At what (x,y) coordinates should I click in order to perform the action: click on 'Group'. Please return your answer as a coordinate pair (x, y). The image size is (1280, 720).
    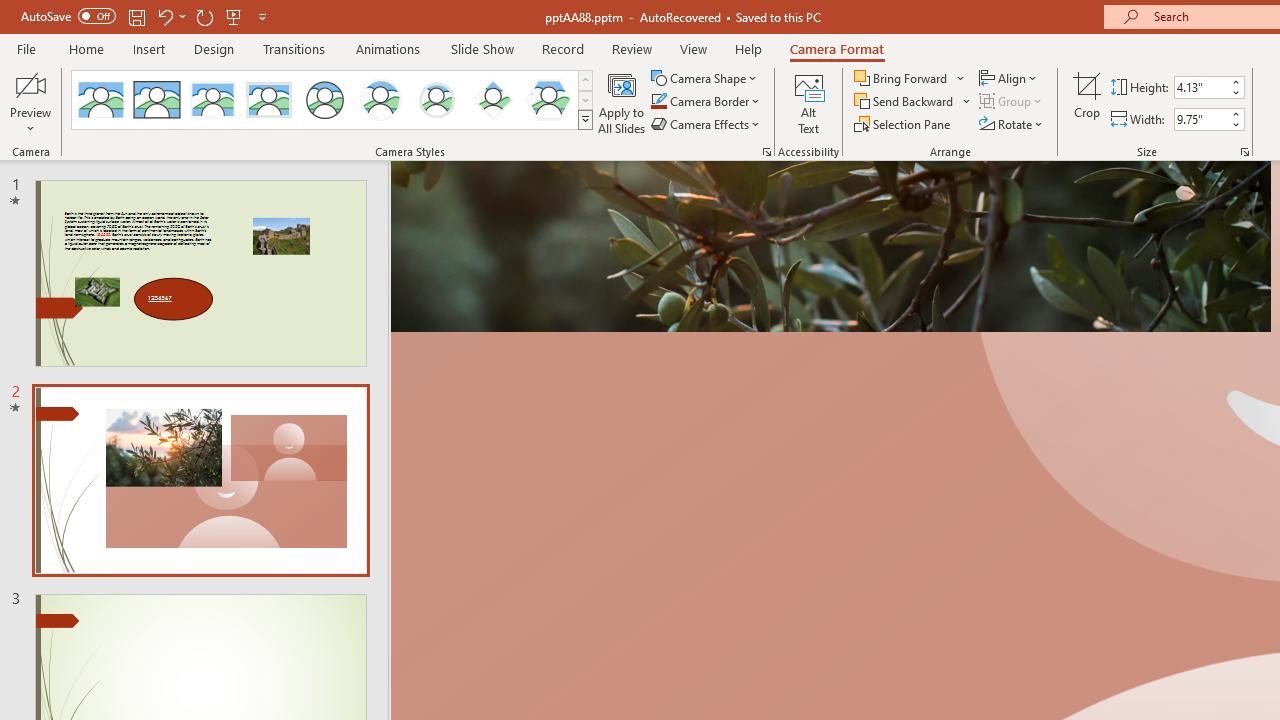
    Looking at the image, I should click on (1012, 101).